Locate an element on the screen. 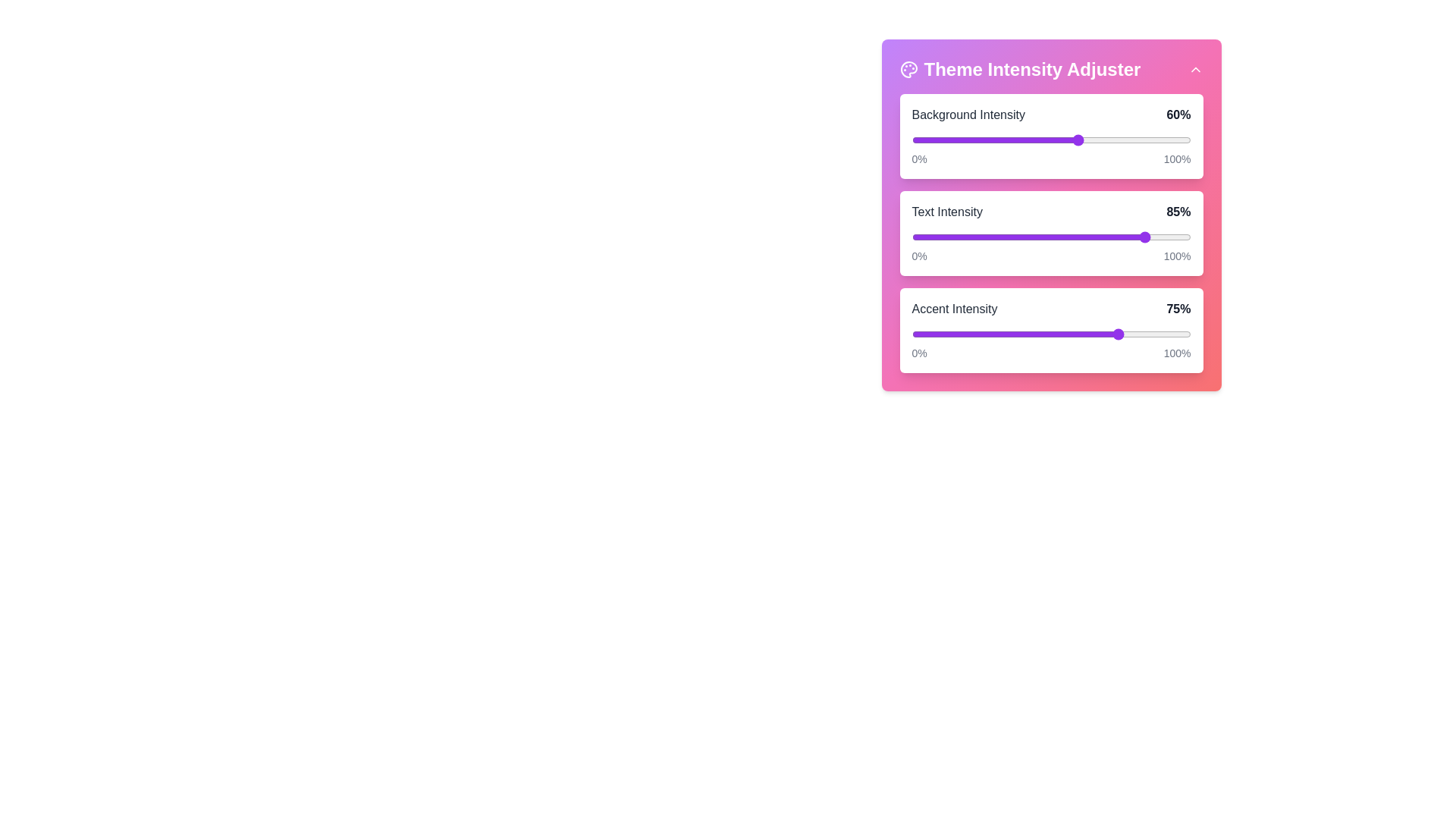 This screenshot has height=819, width=1456. the background intensity is located at coordinates (984, 140).